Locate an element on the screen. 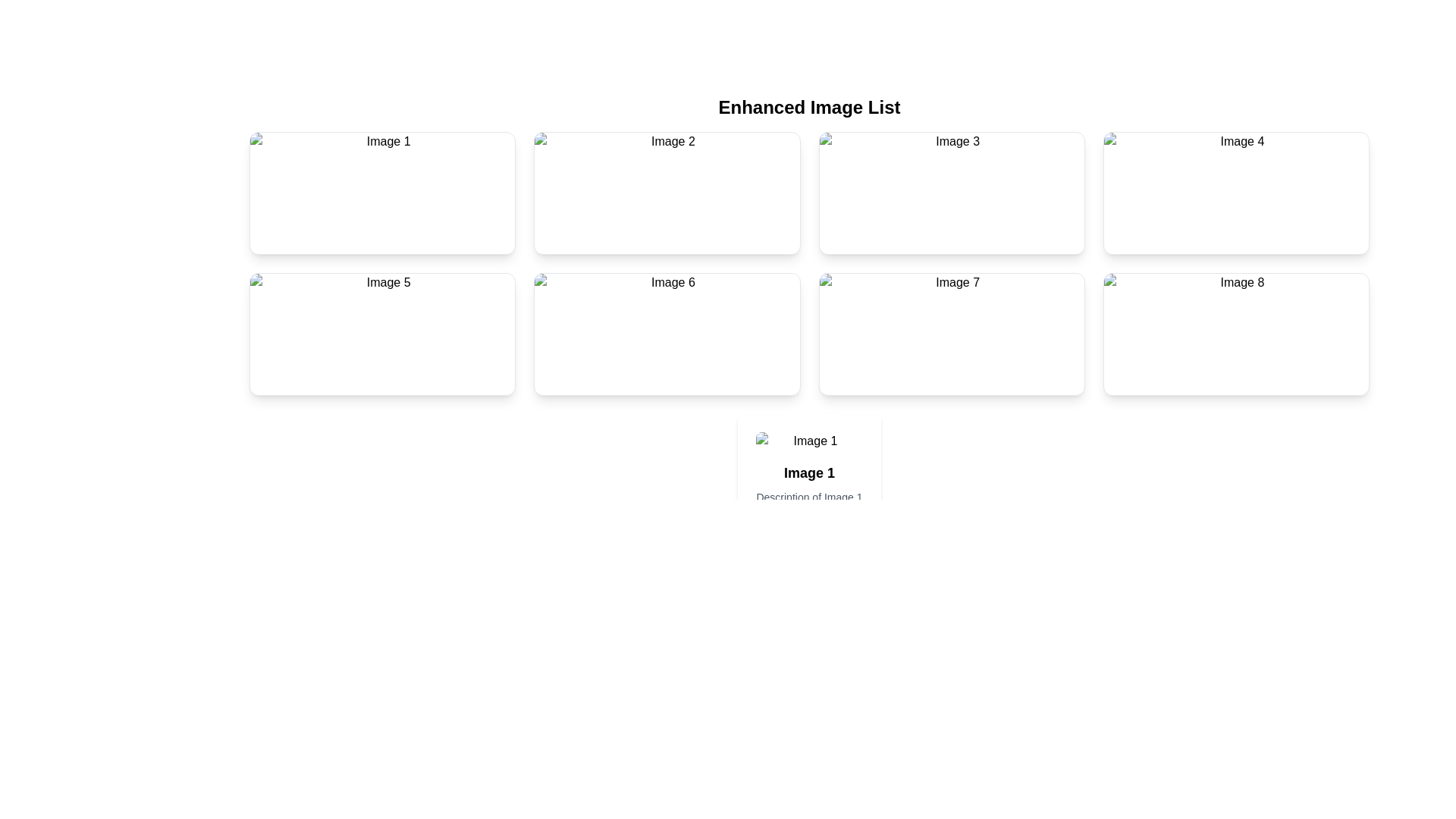 The width and height of the screenshot is (1456, 819). the image labeled 'Image 4' located in the second row, first column of the grid layout is located at coordinates (1236, 192).